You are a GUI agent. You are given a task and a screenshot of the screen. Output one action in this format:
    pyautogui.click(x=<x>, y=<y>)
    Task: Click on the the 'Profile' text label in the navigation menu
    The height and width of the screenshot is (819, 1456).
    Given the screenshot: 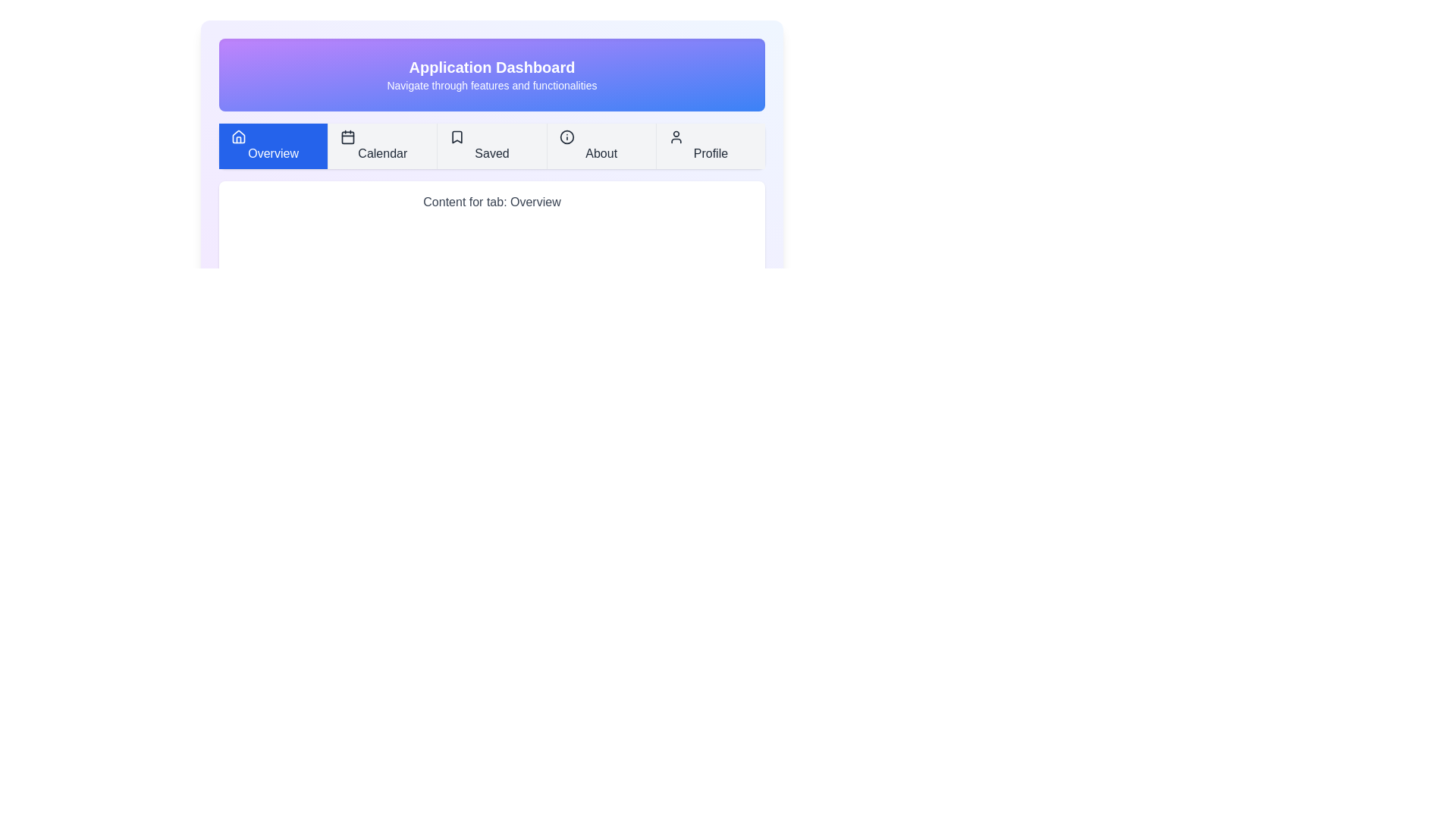 What is the action you would take?
    pyautogui.click(x=710, y=153)
    